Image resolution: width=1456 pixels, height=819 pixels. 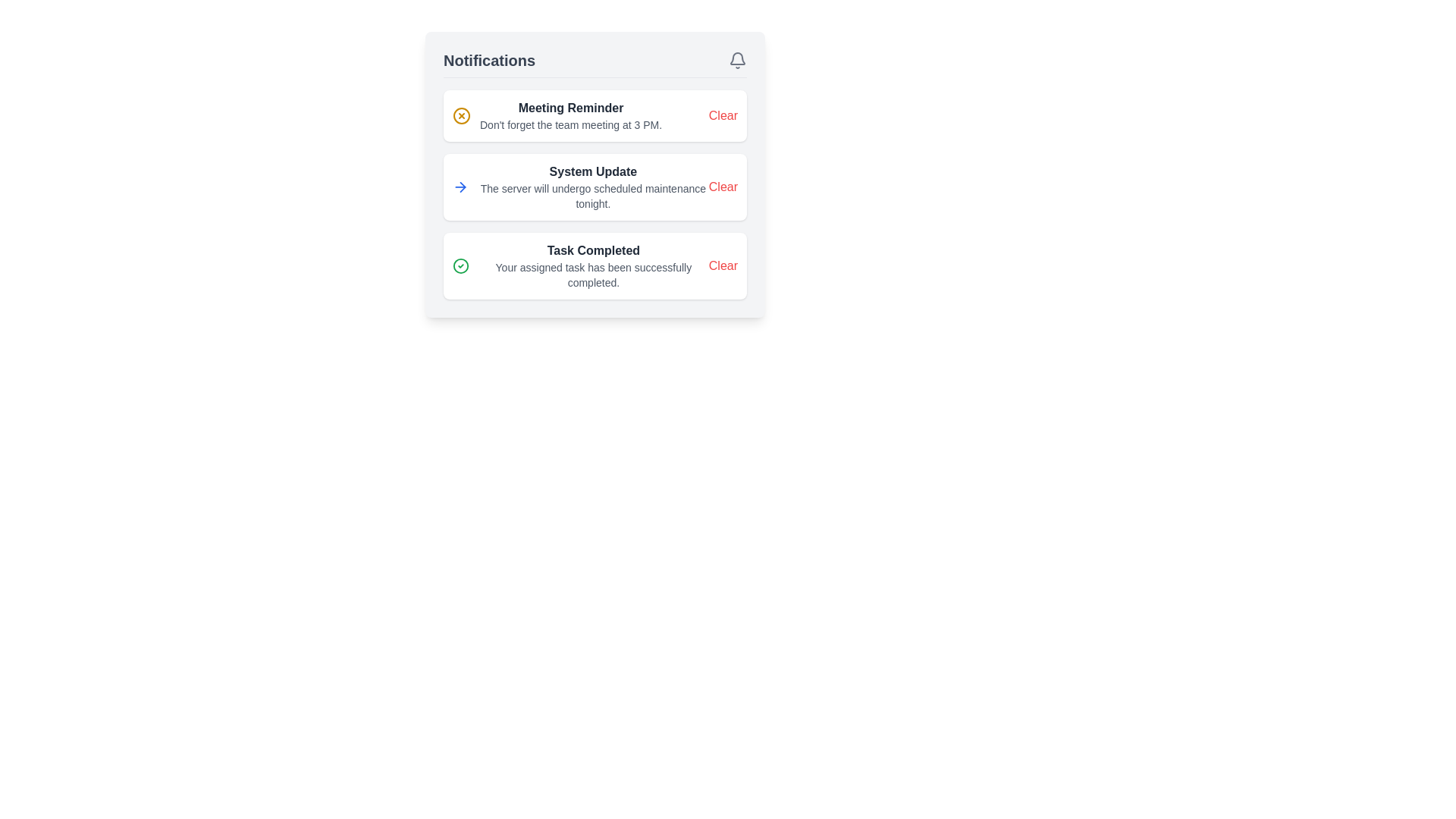 What do you see at coordinates (460, 265) in the screenshot?
I see `the circular outline of the 'Task Completed' notification located in the bottom area of the notification list` at bounding box center [460, 265].